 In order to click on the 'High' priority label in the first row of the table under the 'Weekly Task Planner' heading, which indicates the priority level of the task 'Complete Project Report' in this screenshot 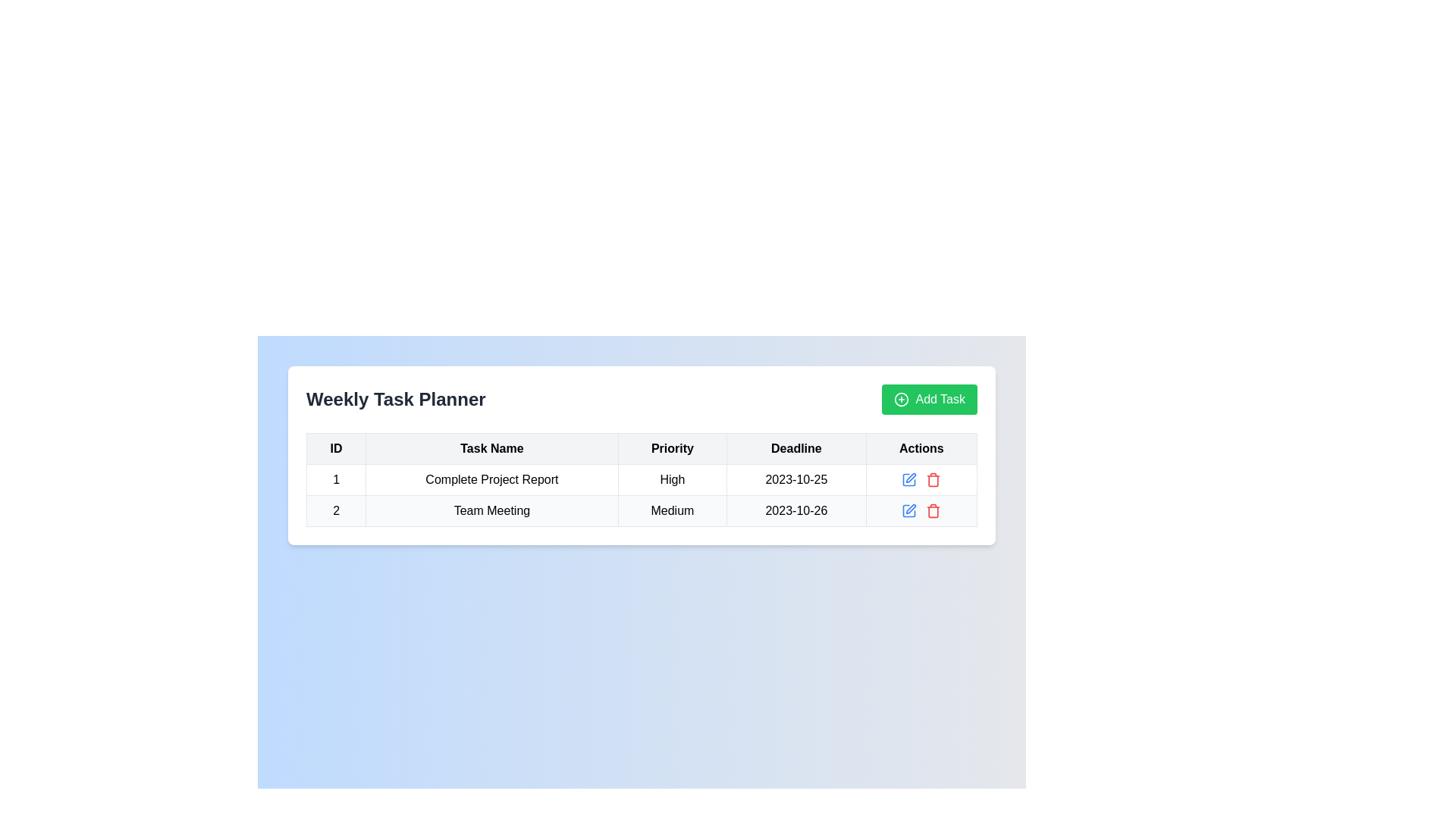, I will do `click(671, 479)`.